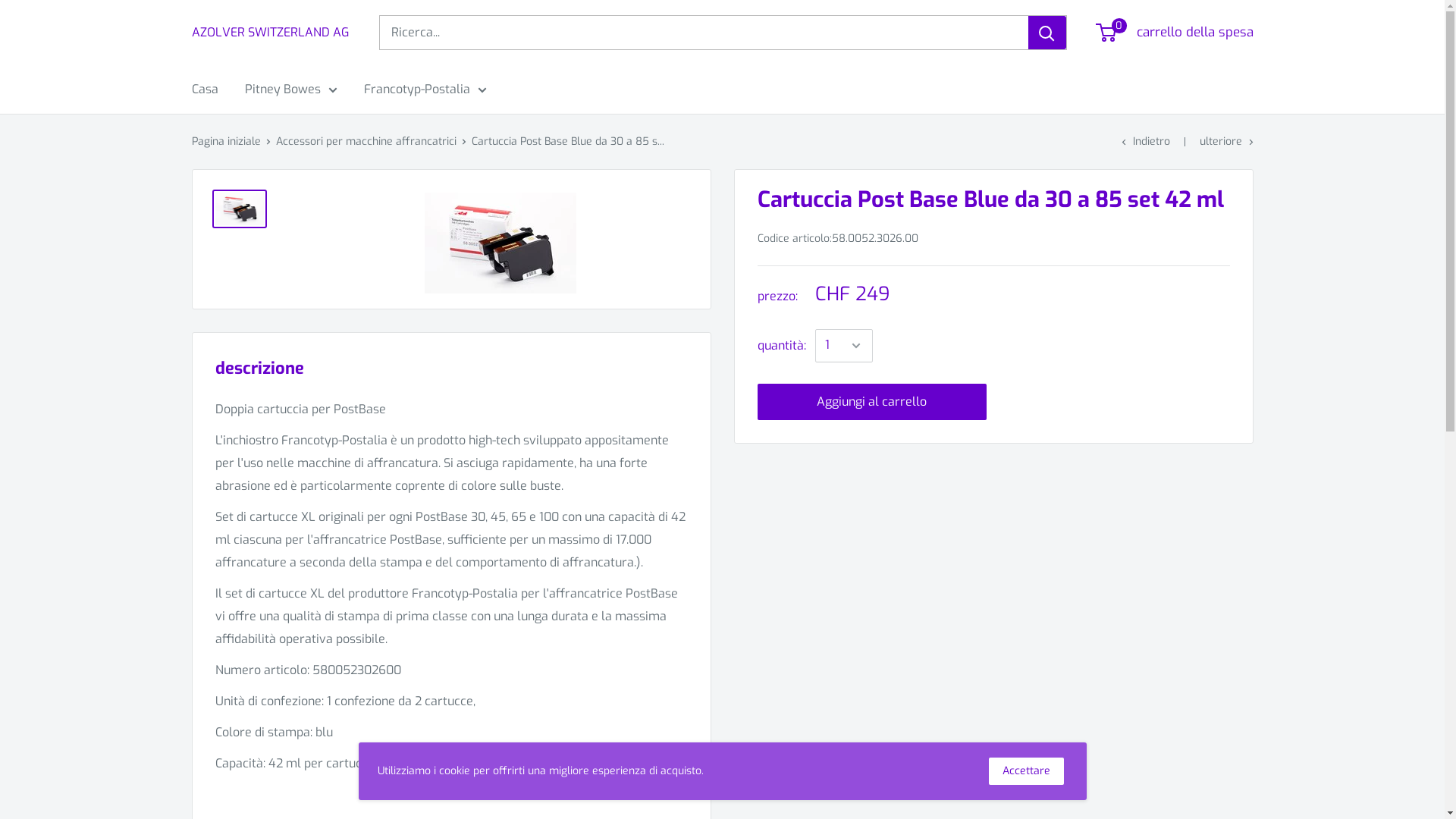  I want to click on 'ulteriore', so click(1226, 141).